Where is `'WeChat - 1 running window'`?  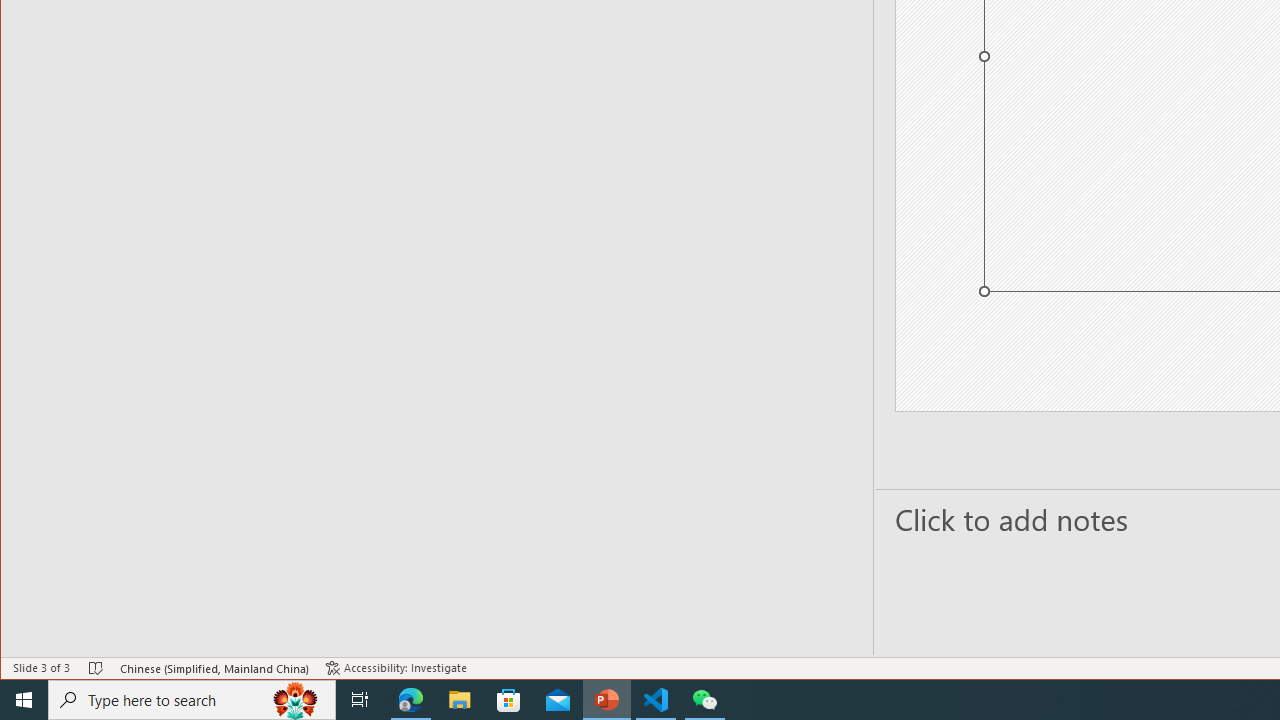
'WeChat - 1 running window' is located at coordinates (705, 698).